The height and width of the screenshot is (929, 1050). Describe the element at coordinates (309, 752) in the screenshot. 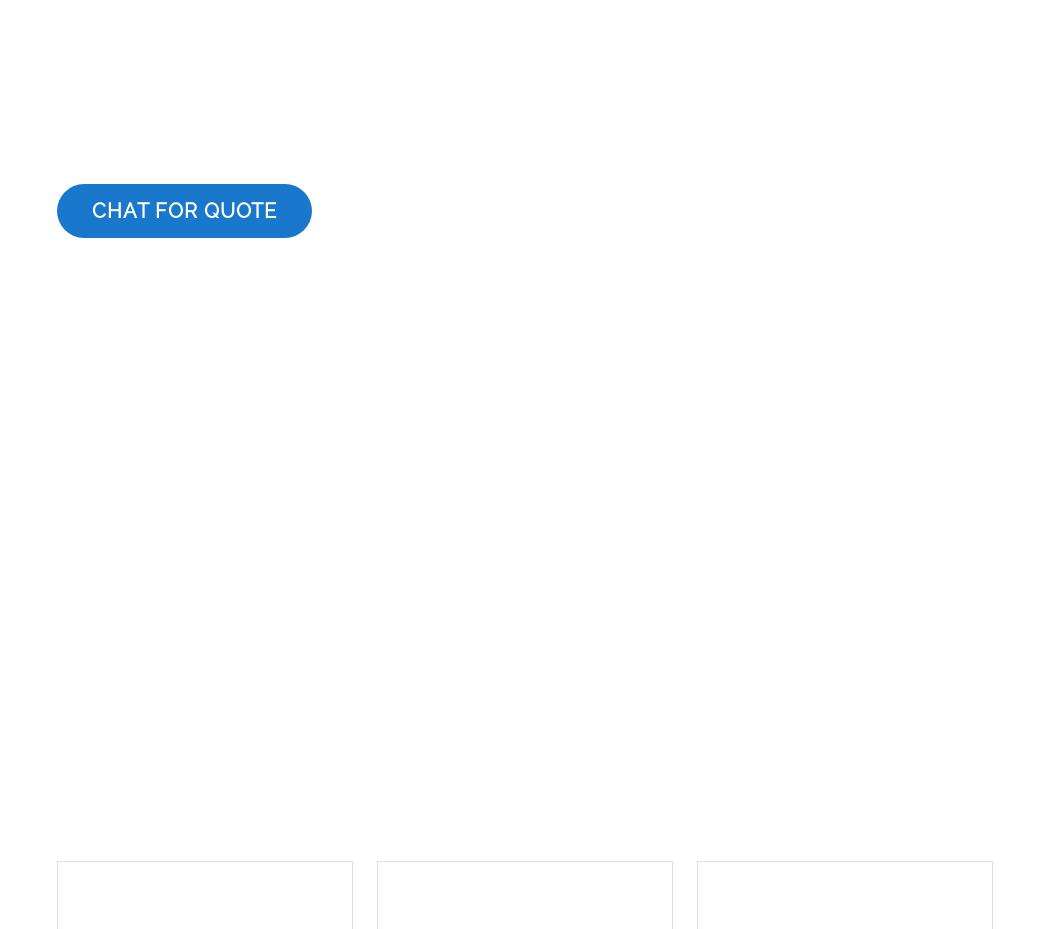

I see `'Terms and Conditions'` at that location.